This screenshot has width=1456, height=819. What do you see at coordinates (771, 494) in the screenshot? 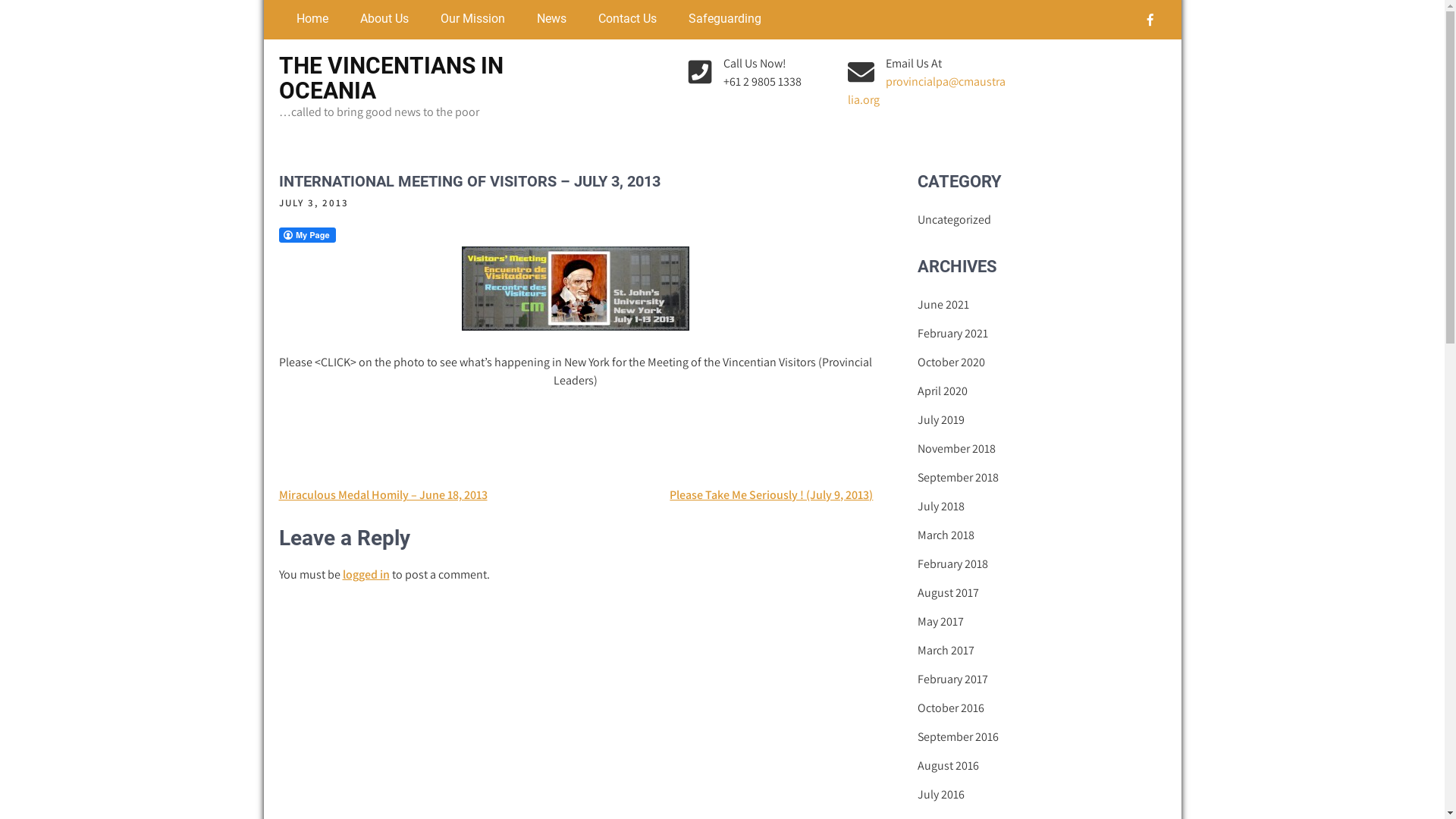
I see `'Please Take Me Seriously ! (July 9, 2013)'` at bounding box center [771, 494].